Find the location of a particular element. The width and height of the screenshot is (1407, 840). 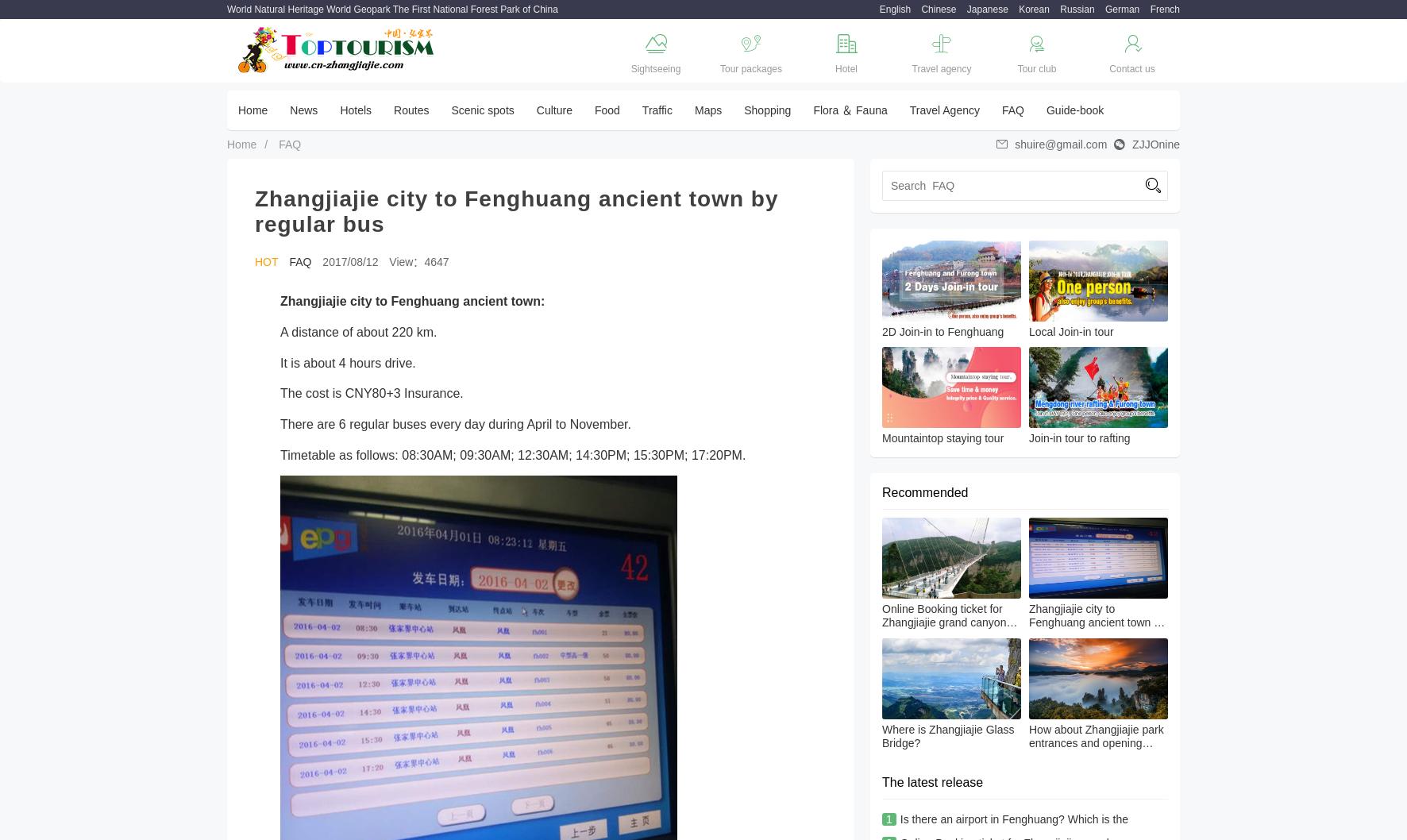

'Shopping' is located at coordinates (766, 110).